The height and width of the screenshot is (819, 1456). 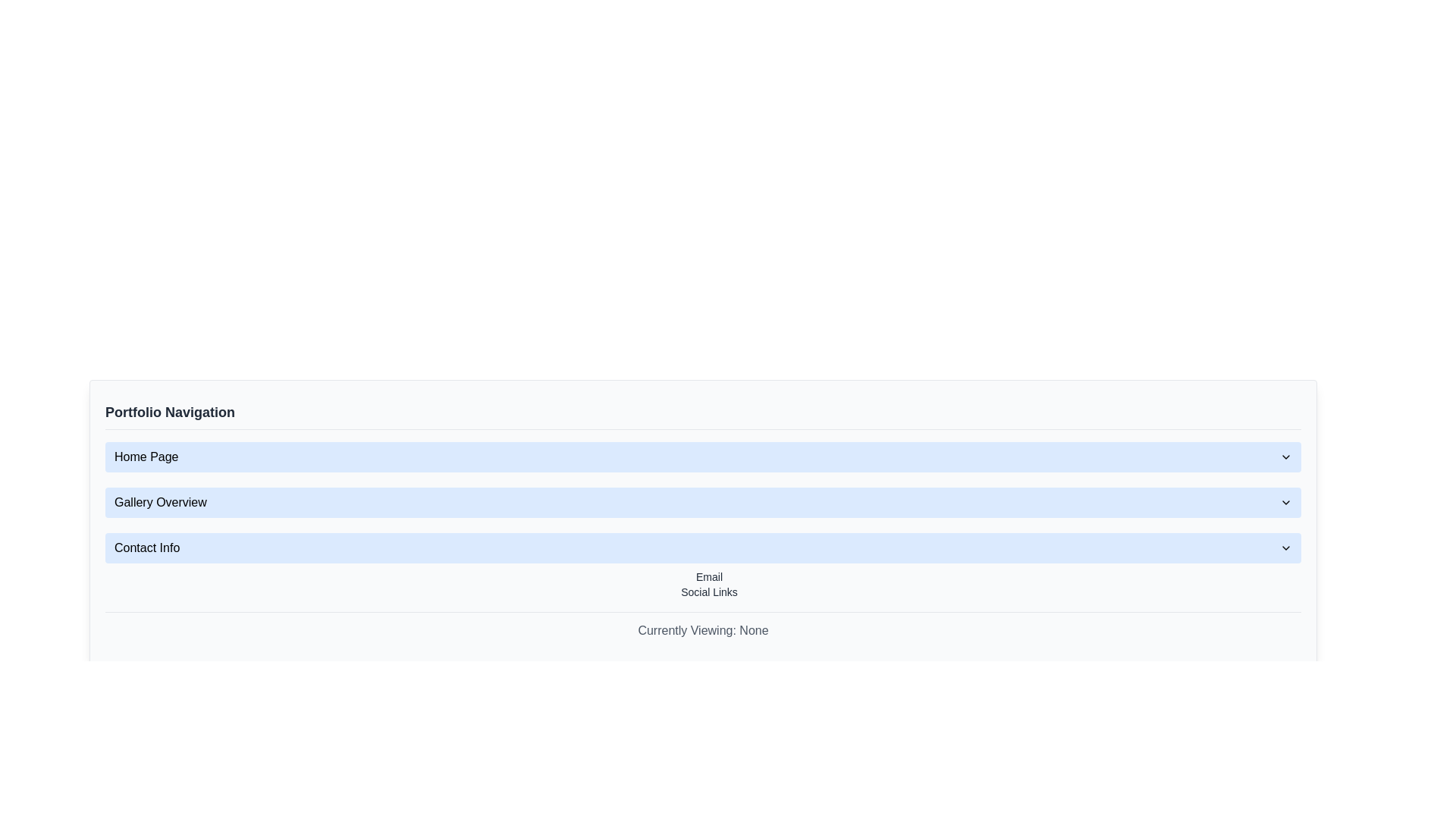 What do you see at coordinates (702, 631) in the screenshot?
I see `the Static Text Display that shows 'Currently Viewing: None', located at the bottom of the interface below 'Social Links' and 'Email'` at bounding box center [702, 631].